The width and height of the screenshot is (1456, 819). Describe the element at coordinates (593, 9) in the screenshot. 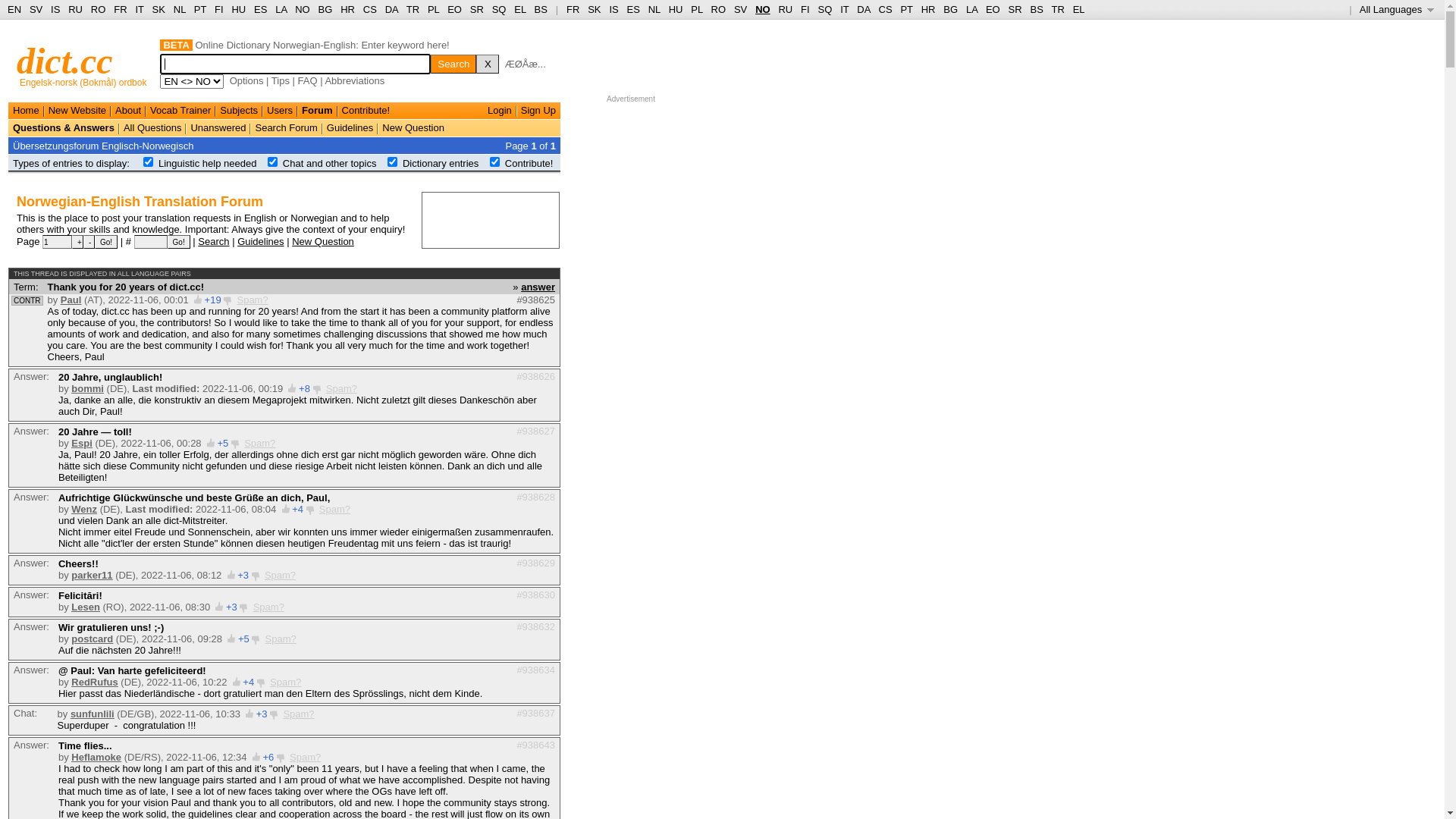

I see `'SK'` at that location.